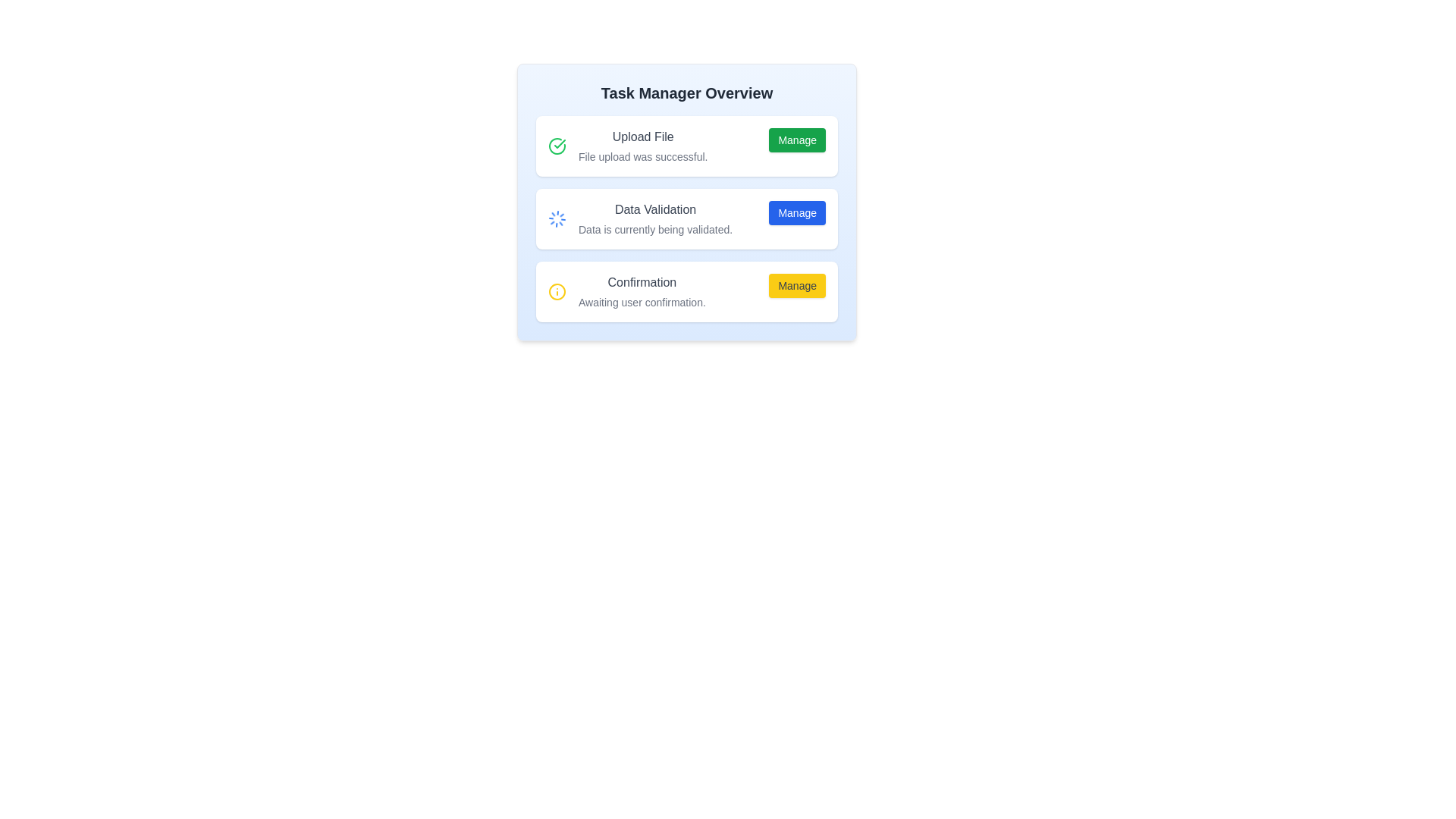 The width and height of the screenshot is (1456, 819). What do you see at coordinates (686, 219) in the screenshot?
I see `displayed information from the 'Data Validation' informational card, which includes the title in medium gray text and the description in light gray text` at bounding box center [686, 219].